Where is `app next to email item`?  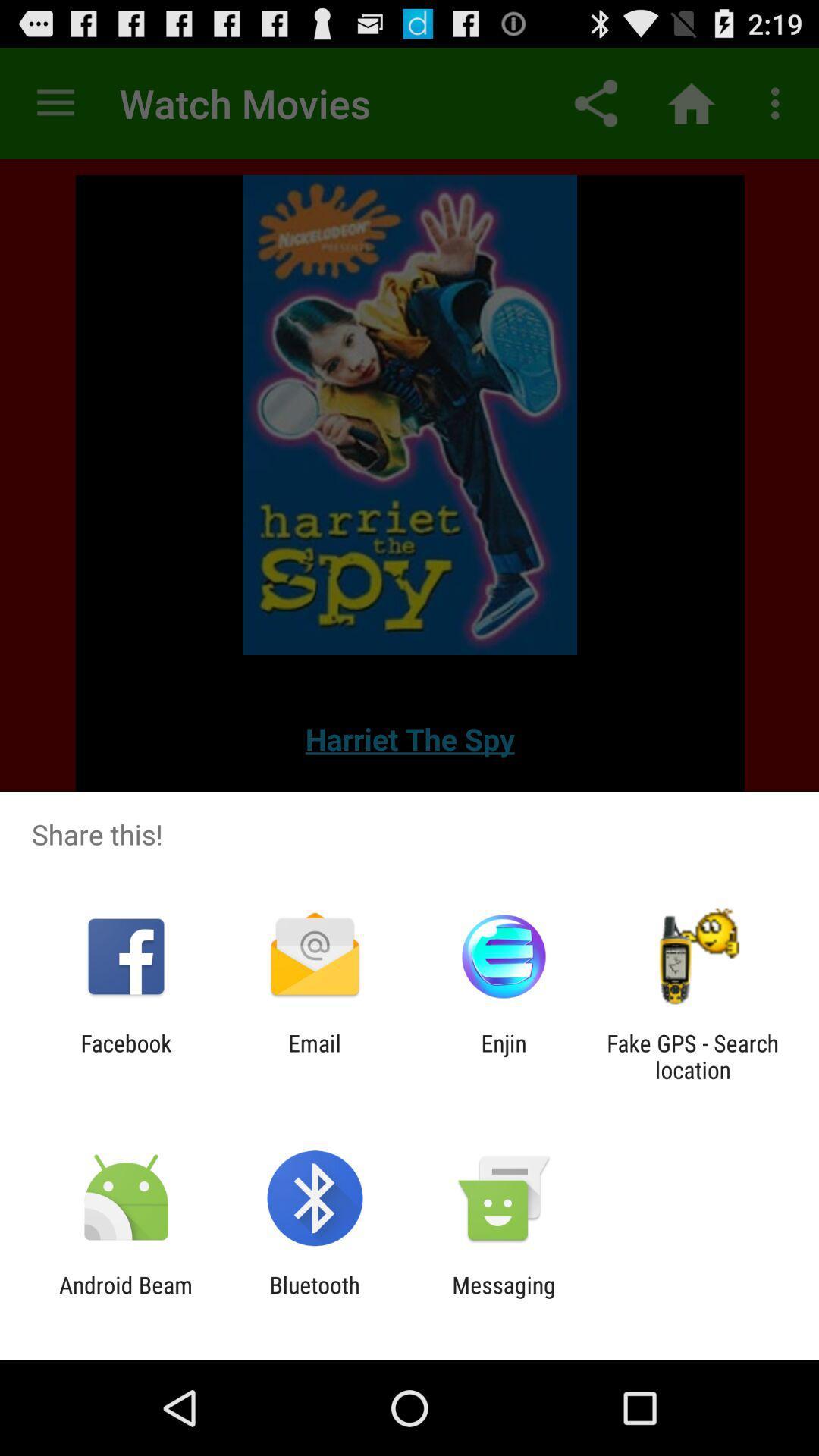 app next to email item is located at coordinates (125, 1056).